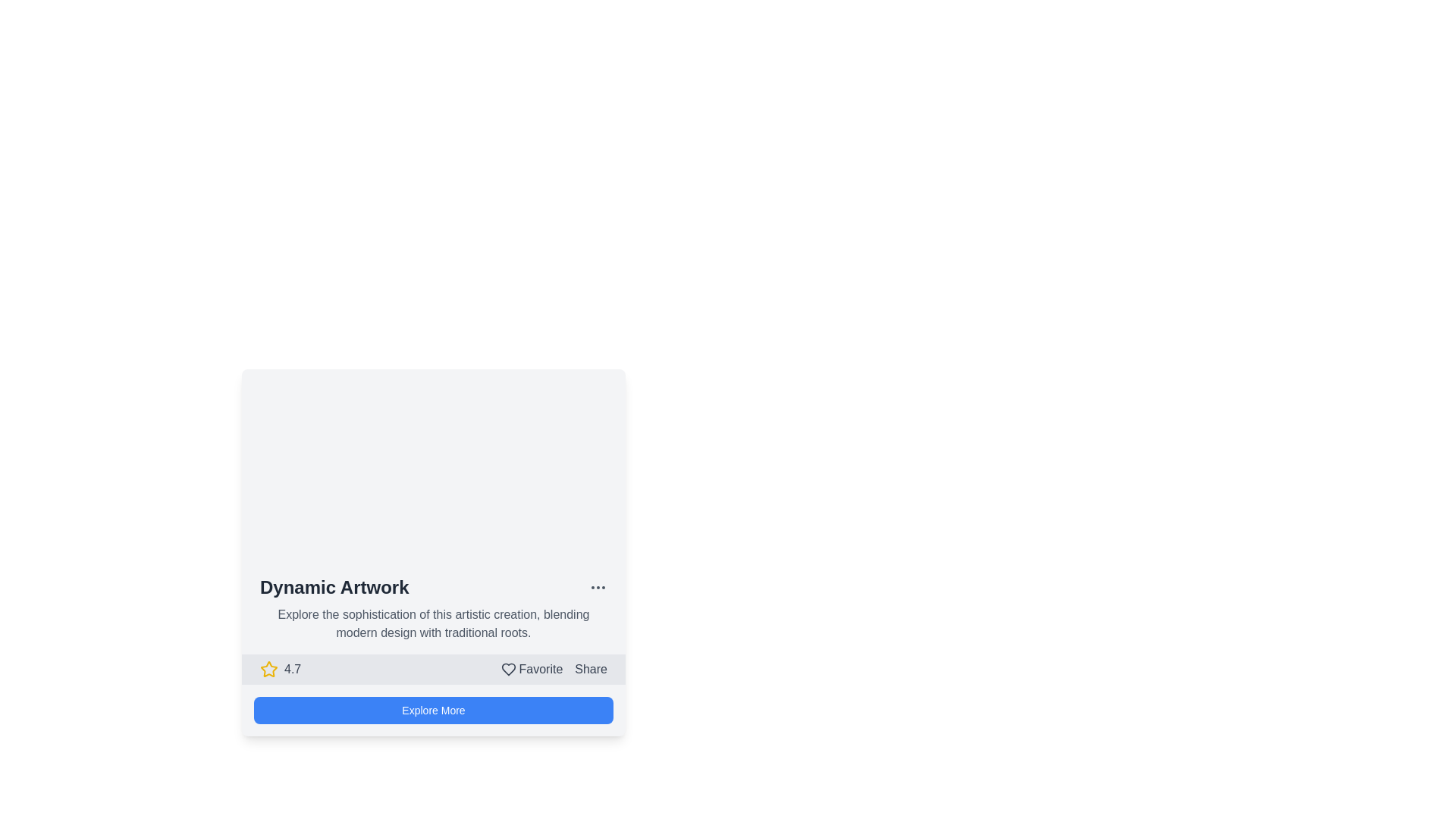 This screenshot has height=819, width=1456. I want to click on the 'Favorite' button located below the main content card, which is the first option in a horizontal layout alongside the 'Share' button, so click(532, 669).